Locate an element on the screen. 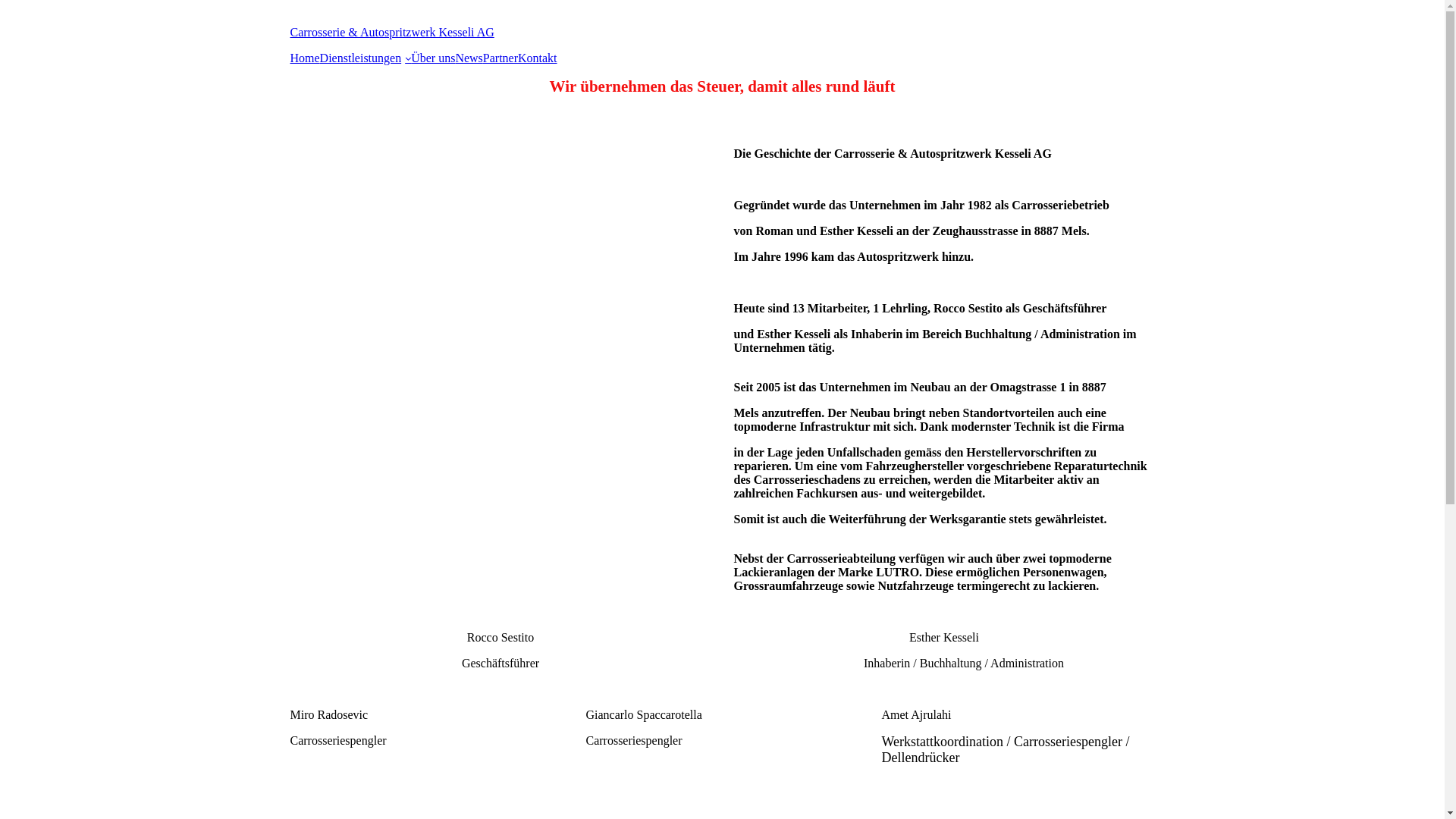  'Kontakt' is located at coordinates (538, 58).